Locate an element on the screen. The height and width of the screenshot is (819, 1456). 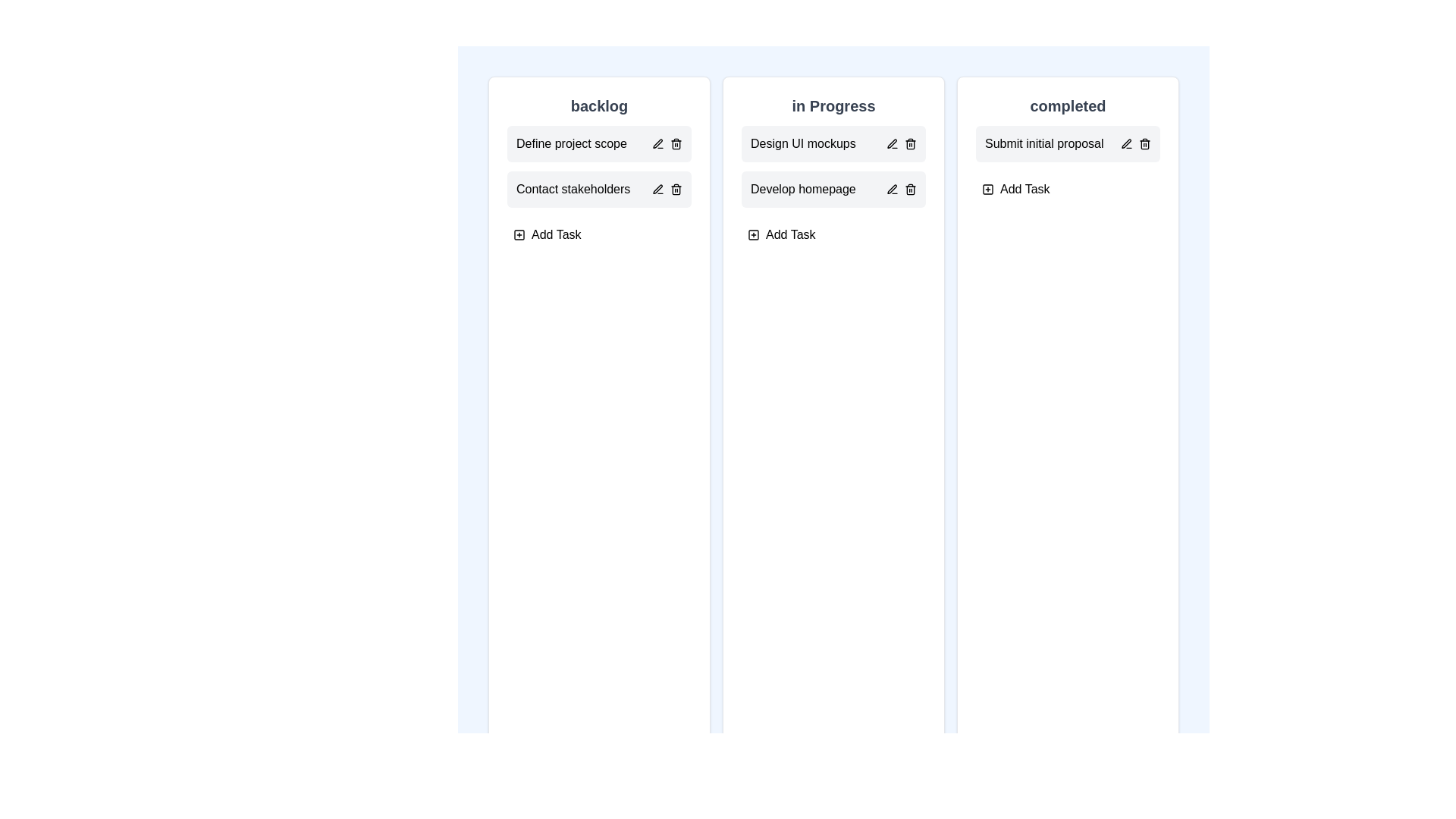
the 'Add Task' button in the inProgress column is located at coordinates (781, 234).